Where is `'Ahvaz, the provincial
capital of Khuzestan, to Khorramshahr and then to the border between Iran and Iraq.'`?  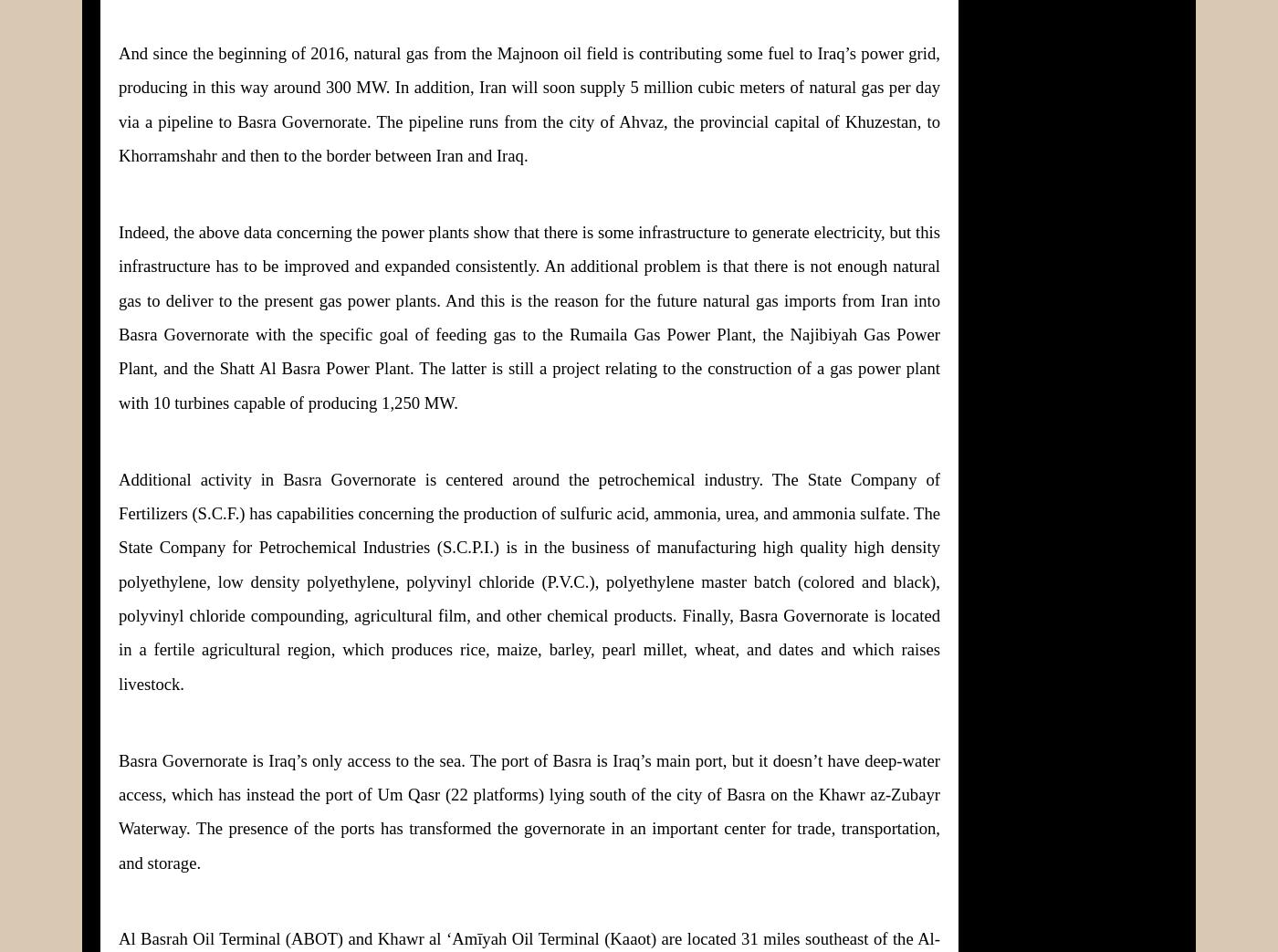
'Ahvaz, the provincial
capital of Khuzestan, to Khorramshahr and then to the border between Iran and Iraq.' is located at coordinates (529, 137).